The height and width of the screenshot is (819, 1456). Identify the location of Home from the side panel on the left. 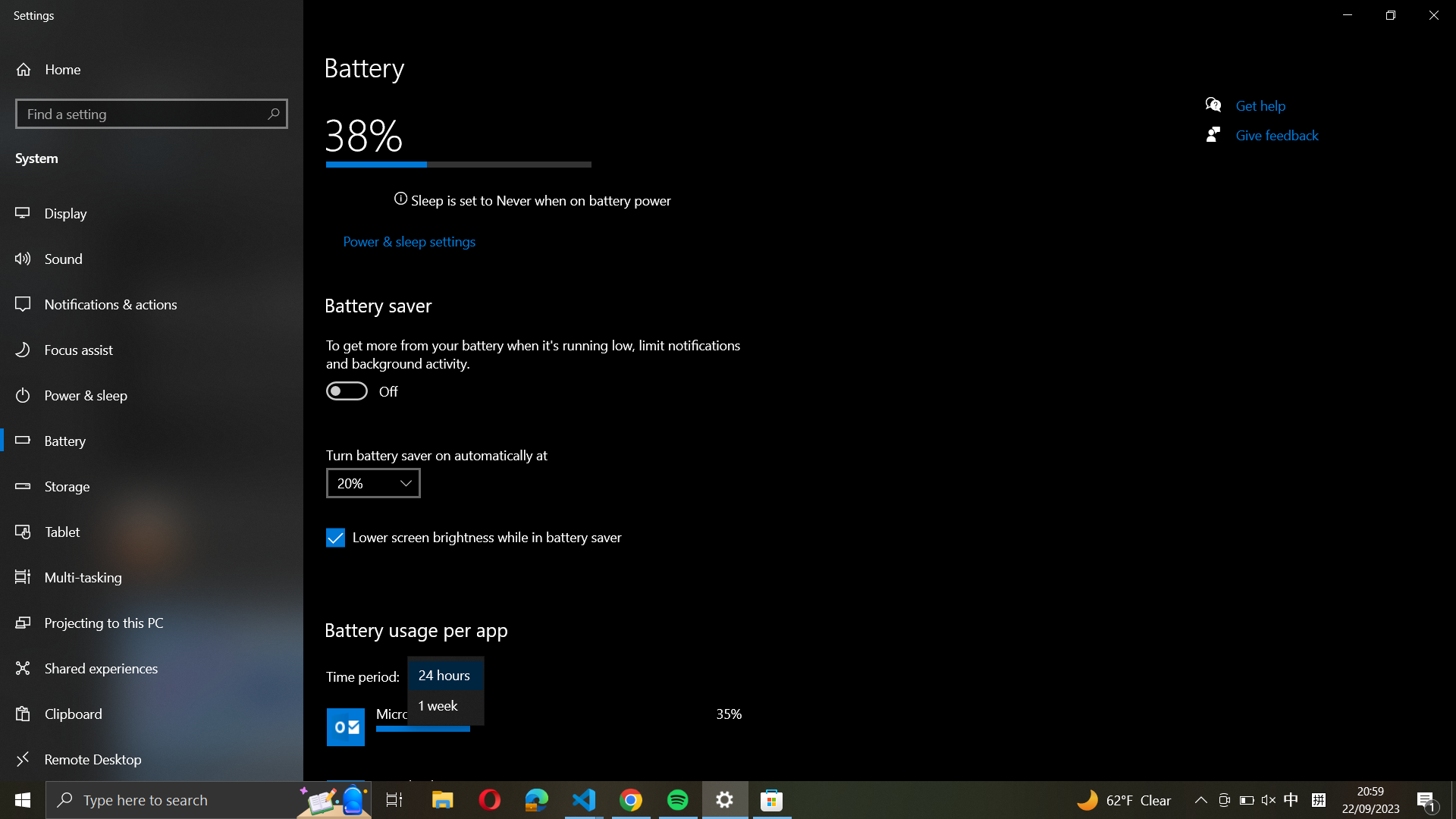
(73, 69).